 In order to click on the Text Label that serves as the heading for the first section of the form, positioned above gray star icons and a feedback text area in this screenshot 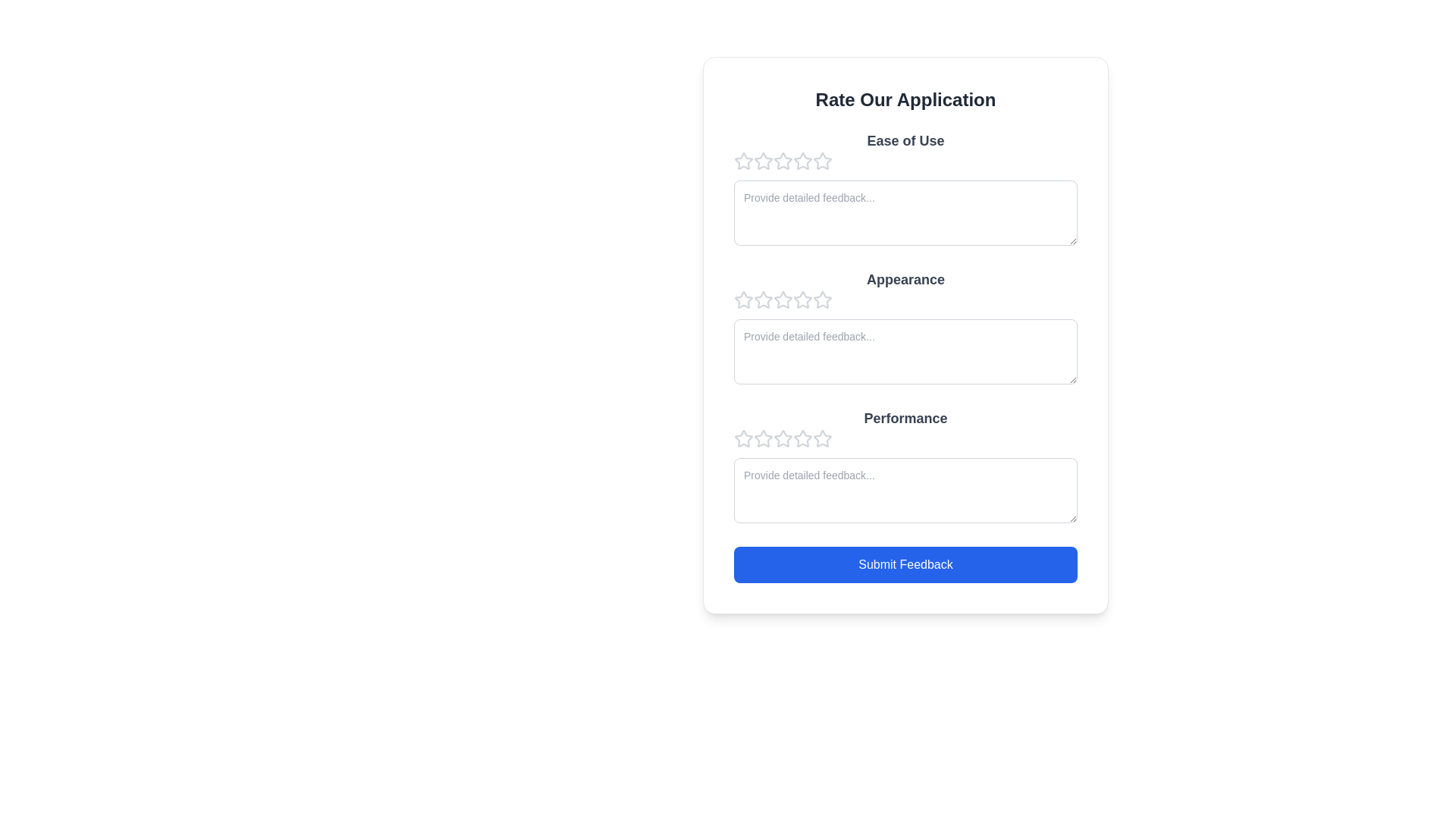, I will do `click(905, 140)`.